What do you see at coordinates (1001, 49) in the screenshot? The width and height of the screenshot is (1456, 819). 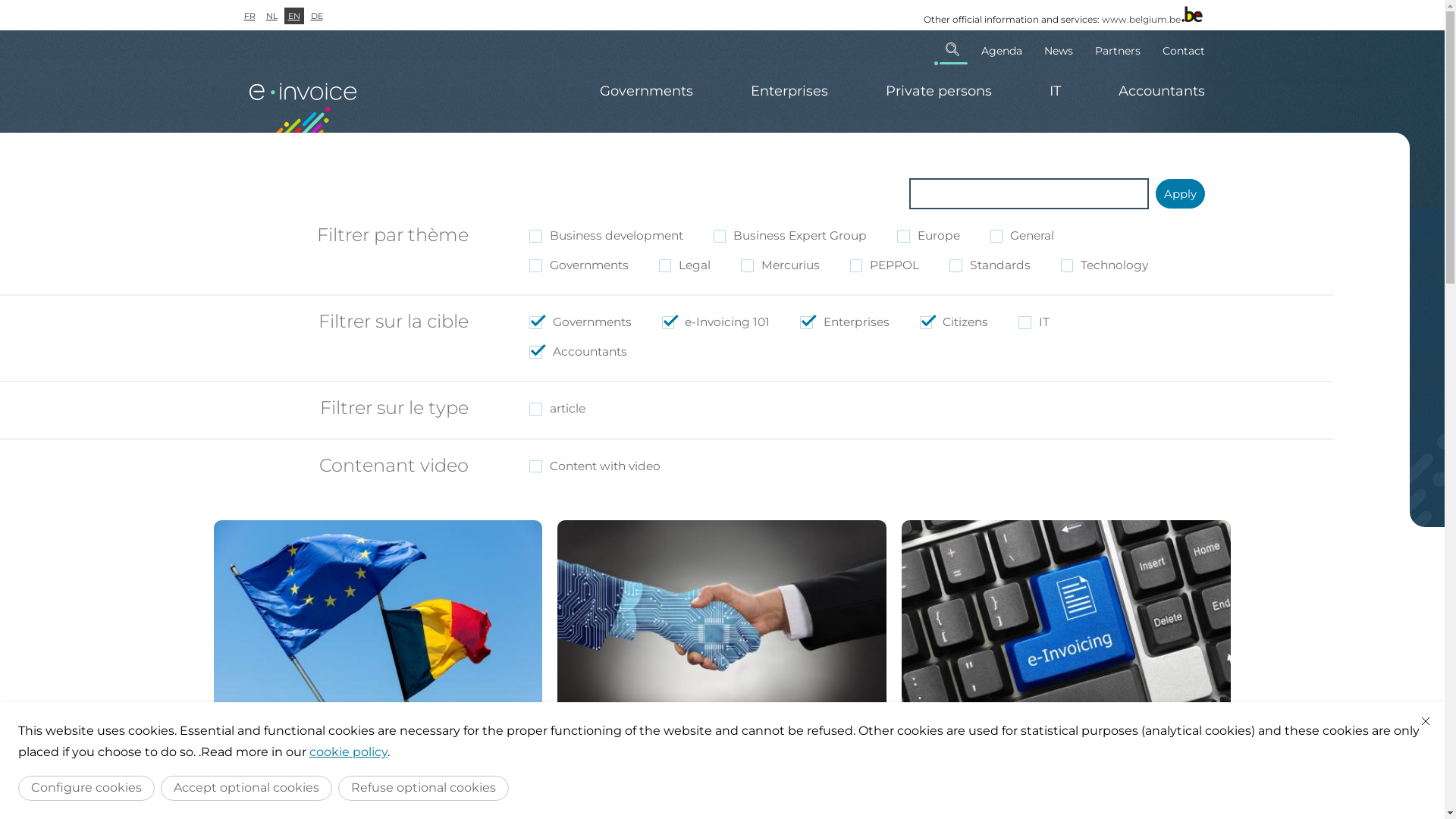 I see `'Agenda'` at bounding box center [1001, 49].